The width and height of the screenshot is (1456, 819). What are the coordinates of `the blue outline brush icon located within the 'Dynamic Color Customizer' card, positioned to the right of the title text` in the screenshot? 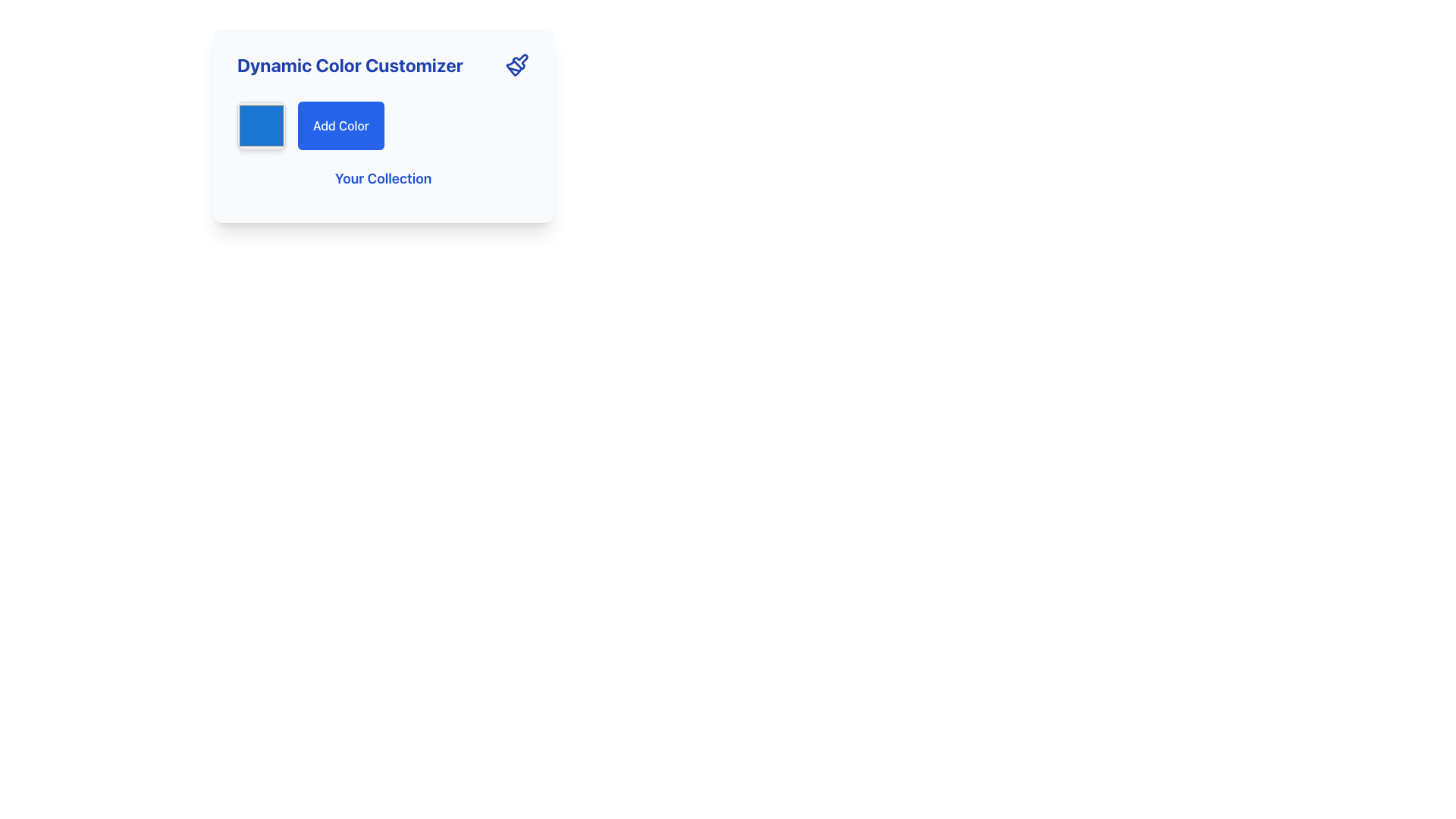 It's located at (520, 61).